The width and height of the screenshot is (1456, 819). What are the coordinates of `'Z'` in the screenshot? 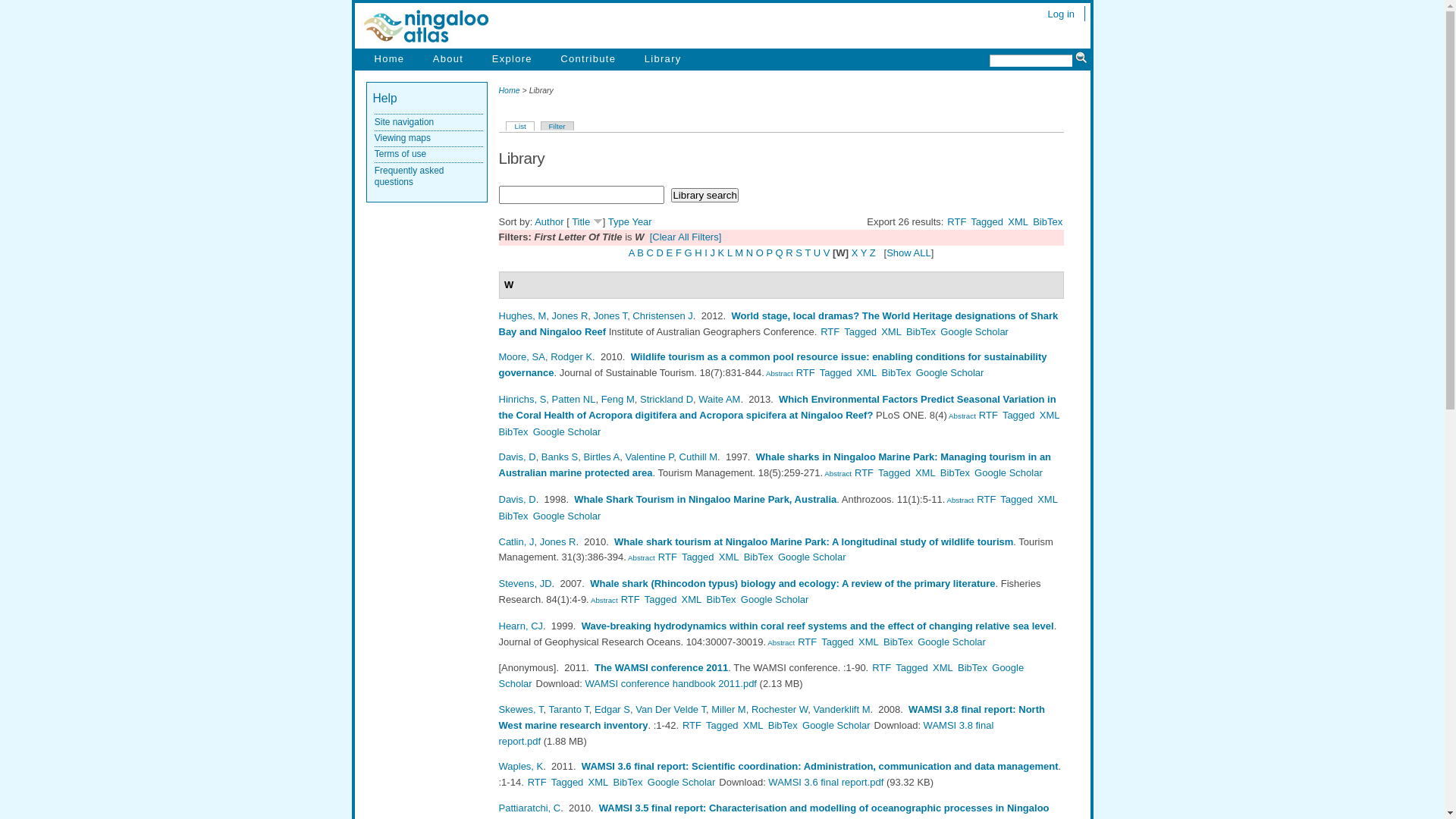 It's located at (873, 252).